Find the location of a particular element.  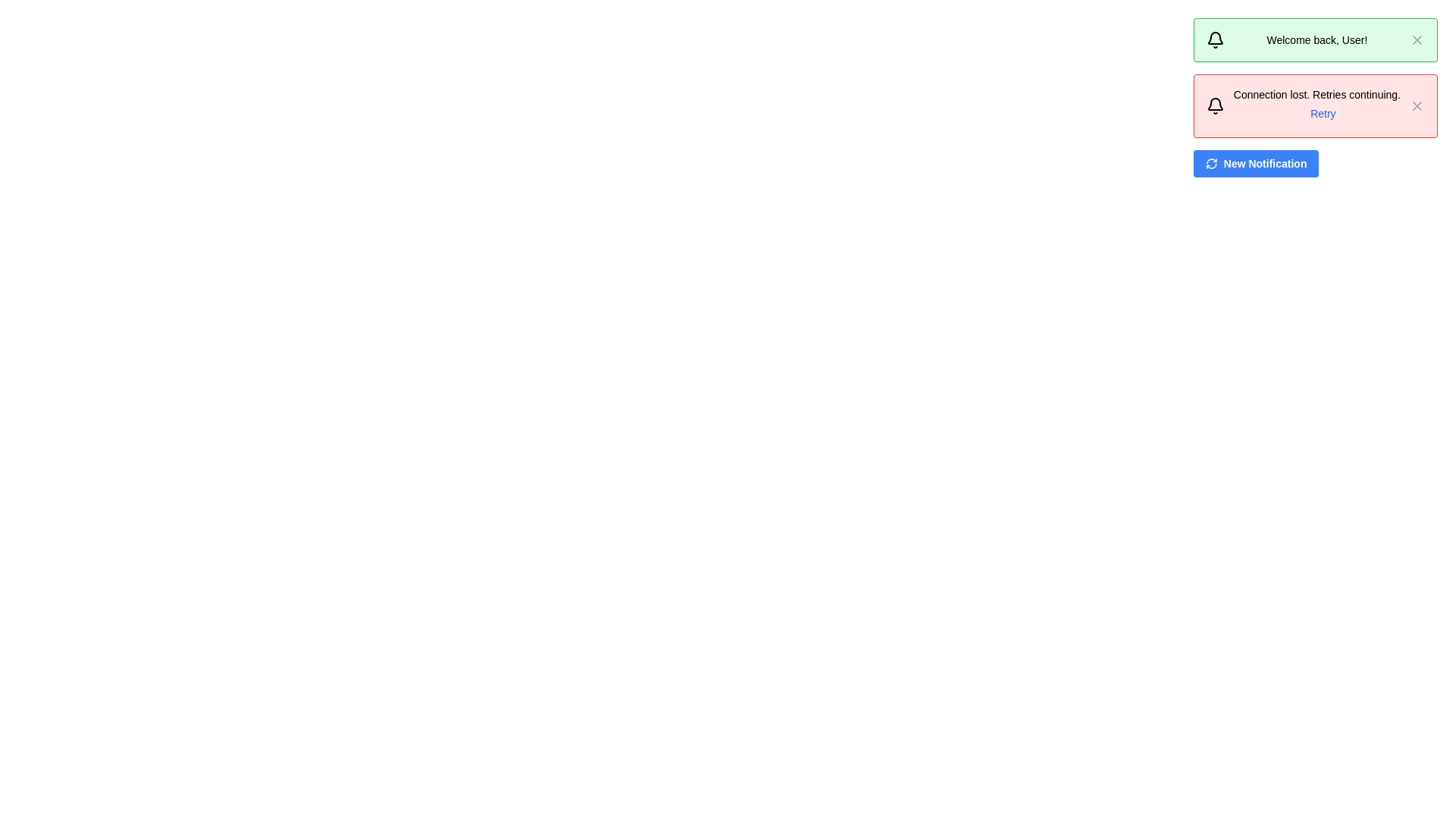

the static text that informs the user about a connection issue, located at the top of the notification panel above the 'Retry' button is located at coordinates (1316, 94).